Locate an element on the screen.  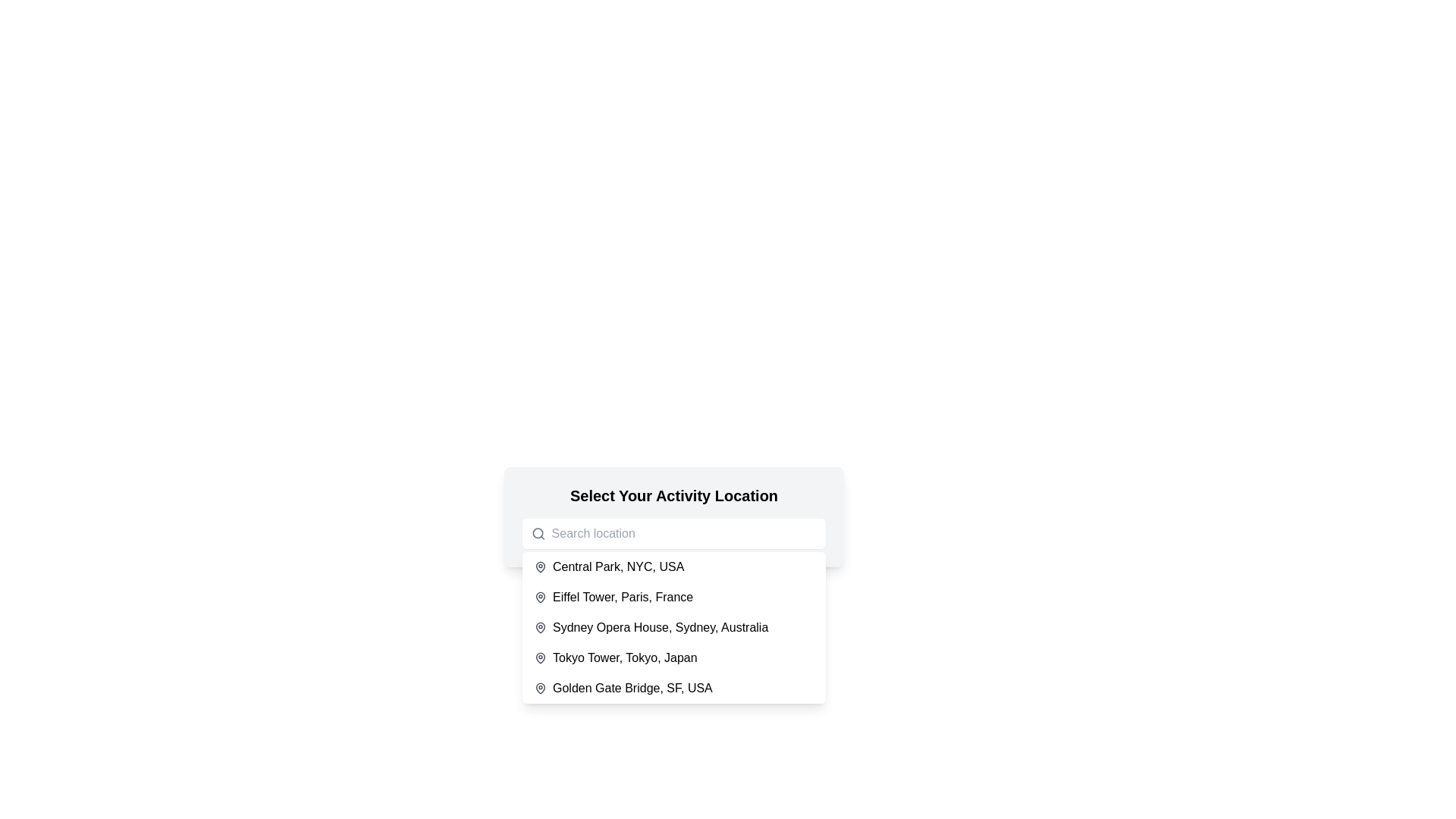
the map pin icon representing the location entry for 'Central Park, NYC, USA' in the dropdown menu is located at coordinates (541, 567).